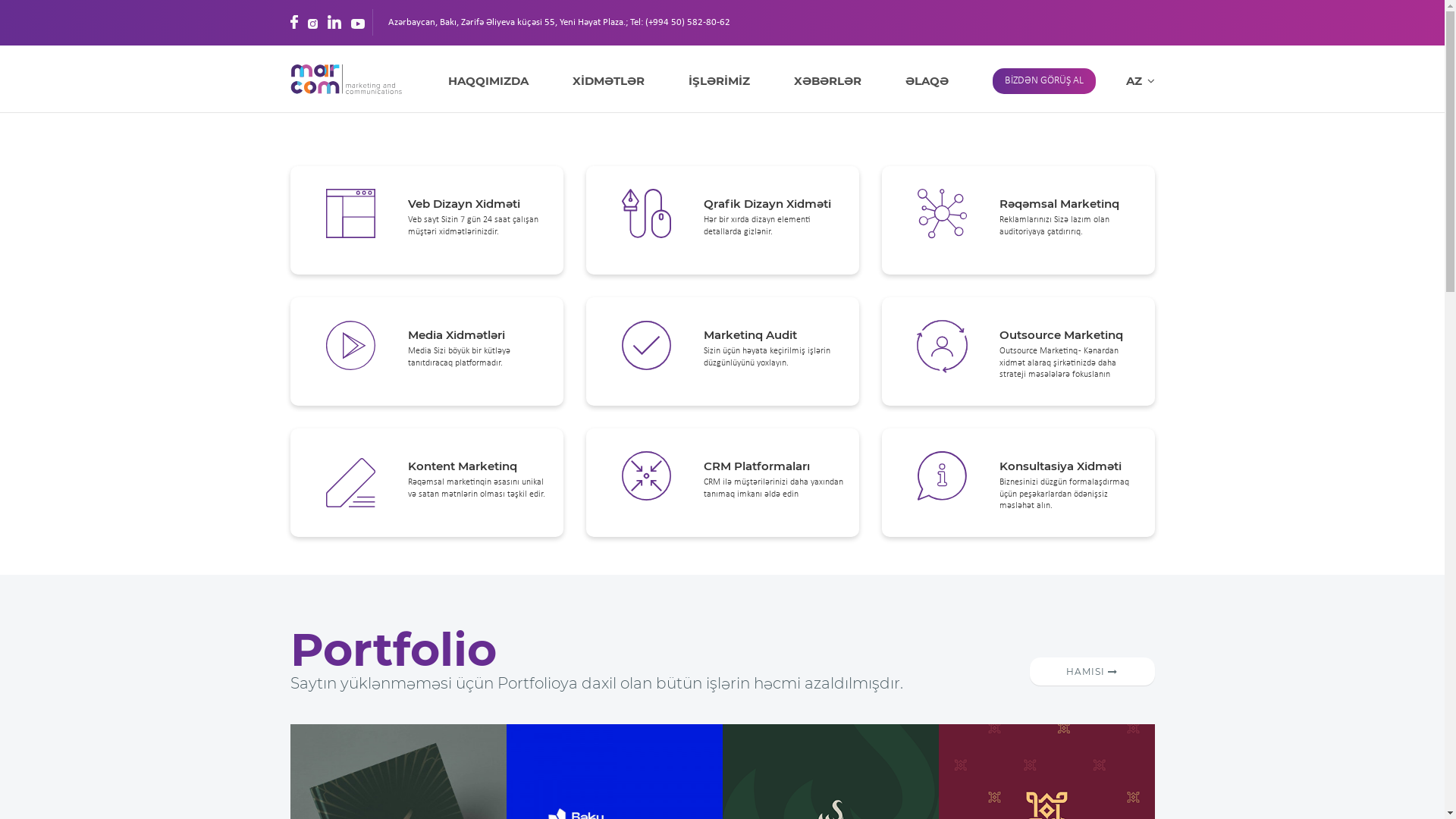 The image size is (1456, 819). What do you see at coordinates (293, 22) in the screenshot?
I see `'facebook'` at bounding box center [293, 22].